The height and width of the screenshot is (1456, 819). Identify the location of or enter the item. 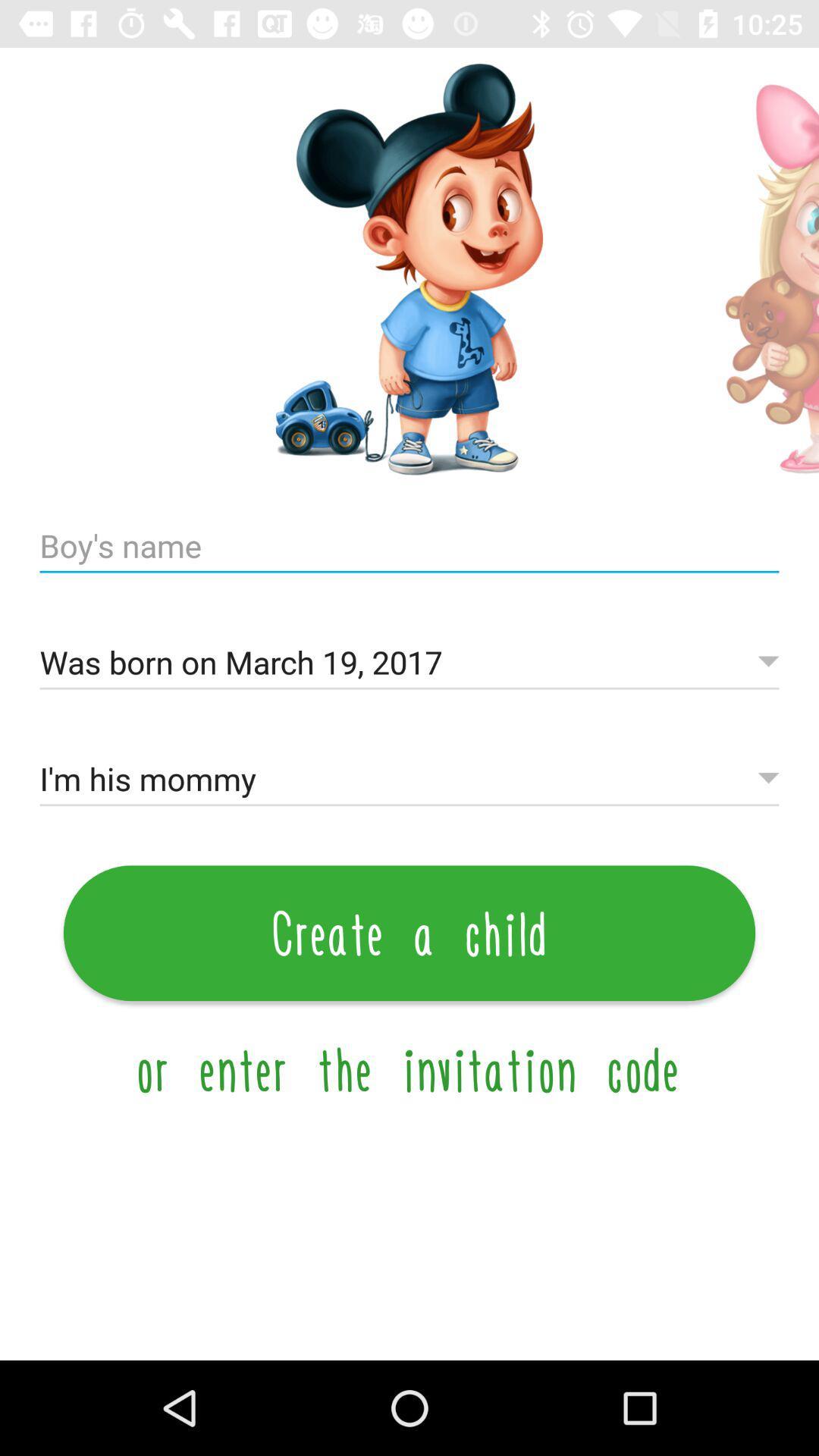
(409, 1068).